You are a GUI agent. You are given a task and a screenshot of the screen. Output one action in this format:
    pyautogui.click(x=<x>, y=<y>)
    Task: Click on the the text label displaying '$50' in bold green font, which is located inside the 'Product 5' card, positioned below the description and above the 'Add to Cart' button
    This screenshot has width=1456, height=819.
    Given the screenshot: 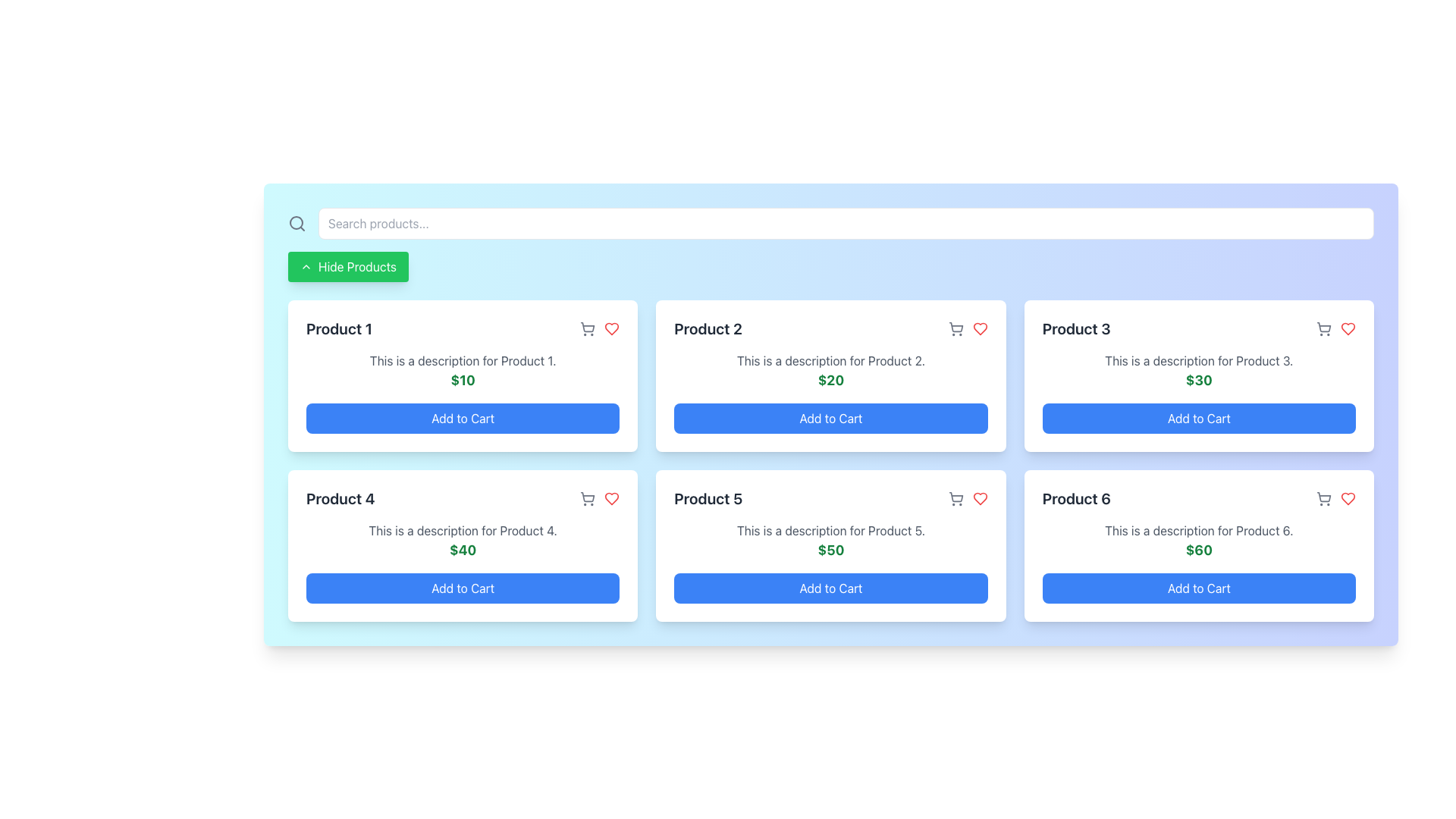 What is the action you would take?
    pyautogui.click(x=830, y=550)
    